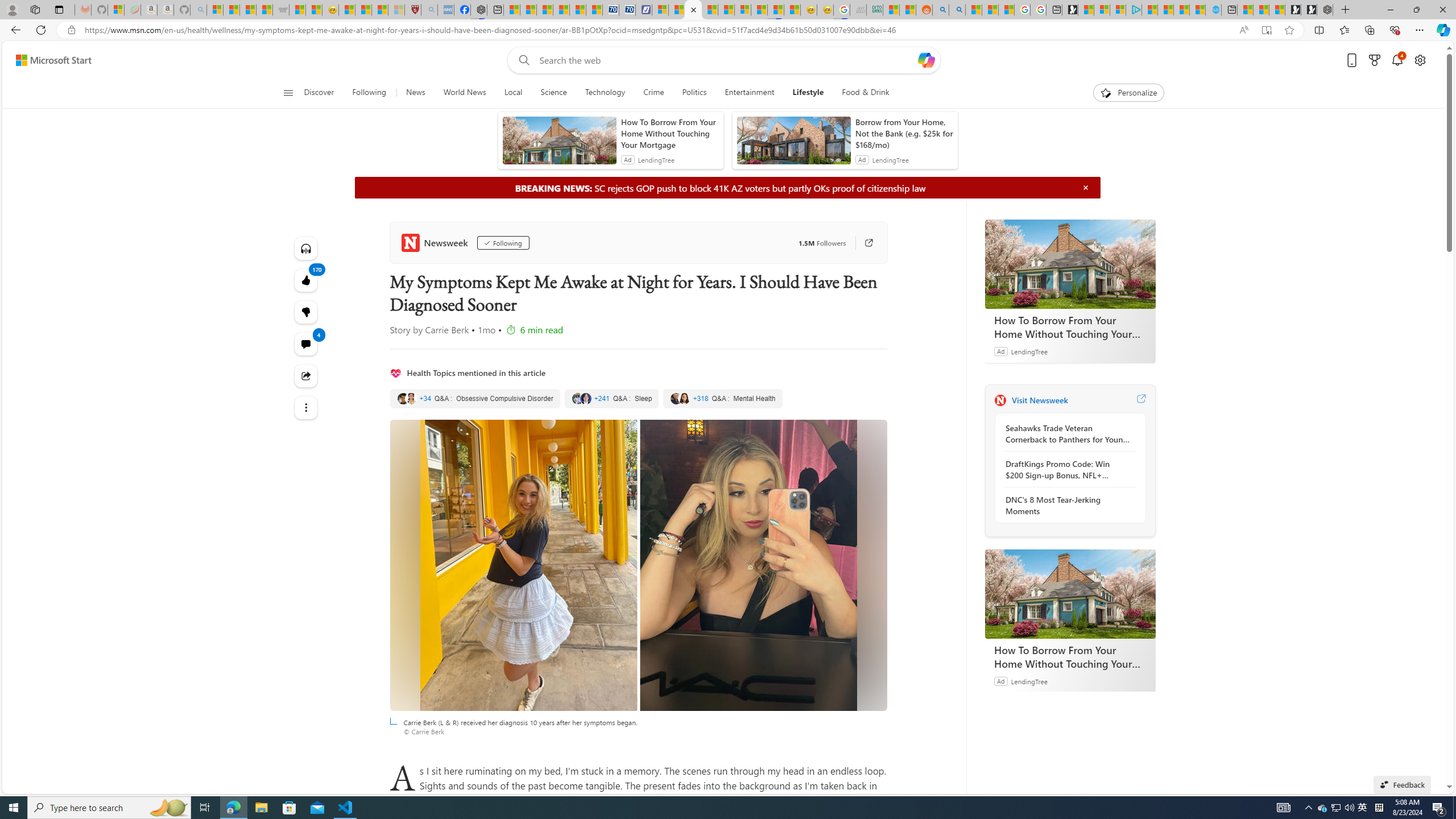 The image size is (1456, 819). Describe the element at coordinates (49, 59) in the screenshot. I see `'Skip to content'` at that location.